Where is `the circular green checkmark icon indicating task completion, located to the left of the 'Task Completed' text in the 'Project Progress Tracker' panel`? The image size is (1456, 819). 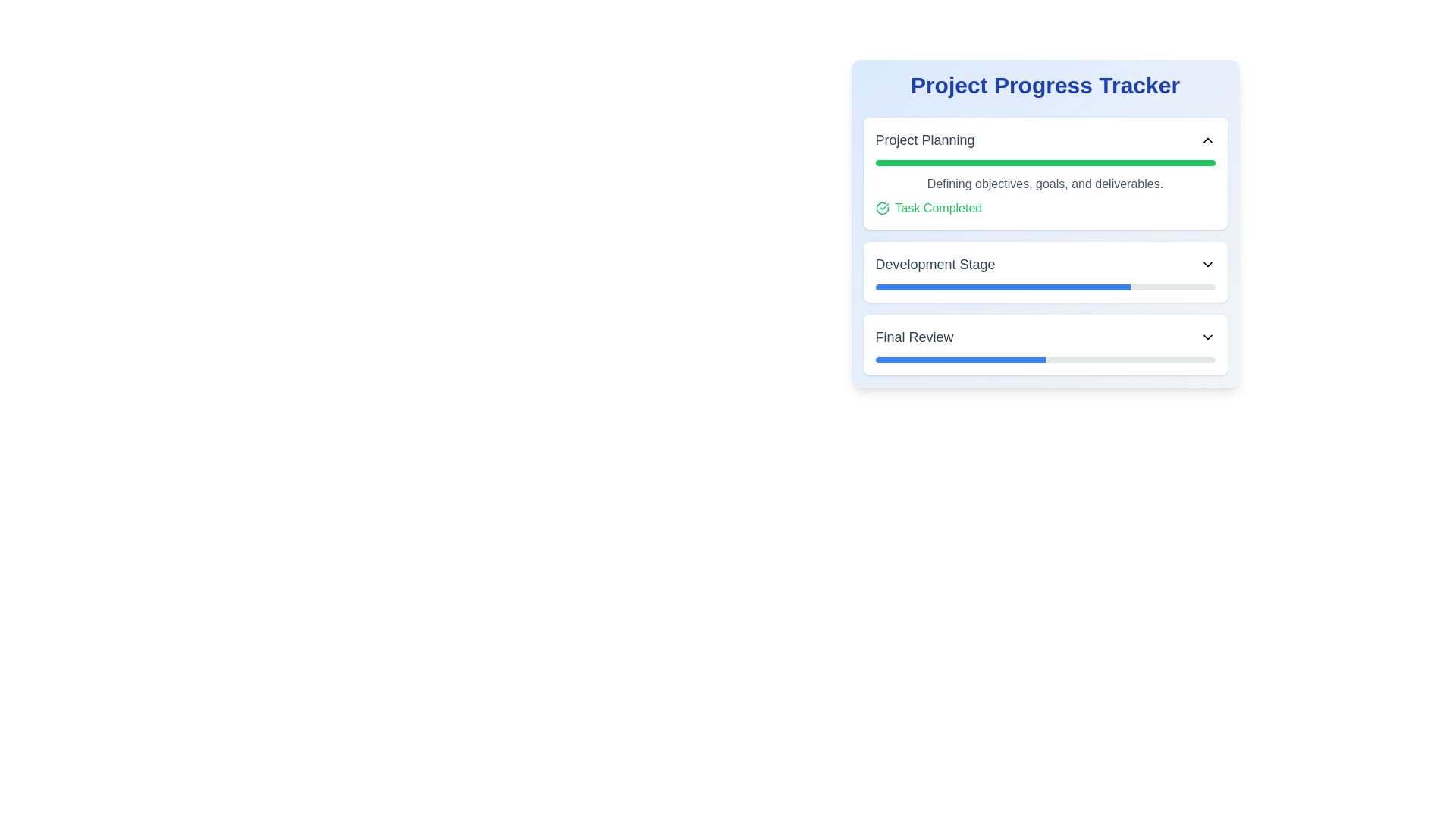
the circular green checkmark icon indicating task completion, located to the left of the 'Task Completed' text in the 'Project Progress Tracker' panel is located at coordinates (882, 208).